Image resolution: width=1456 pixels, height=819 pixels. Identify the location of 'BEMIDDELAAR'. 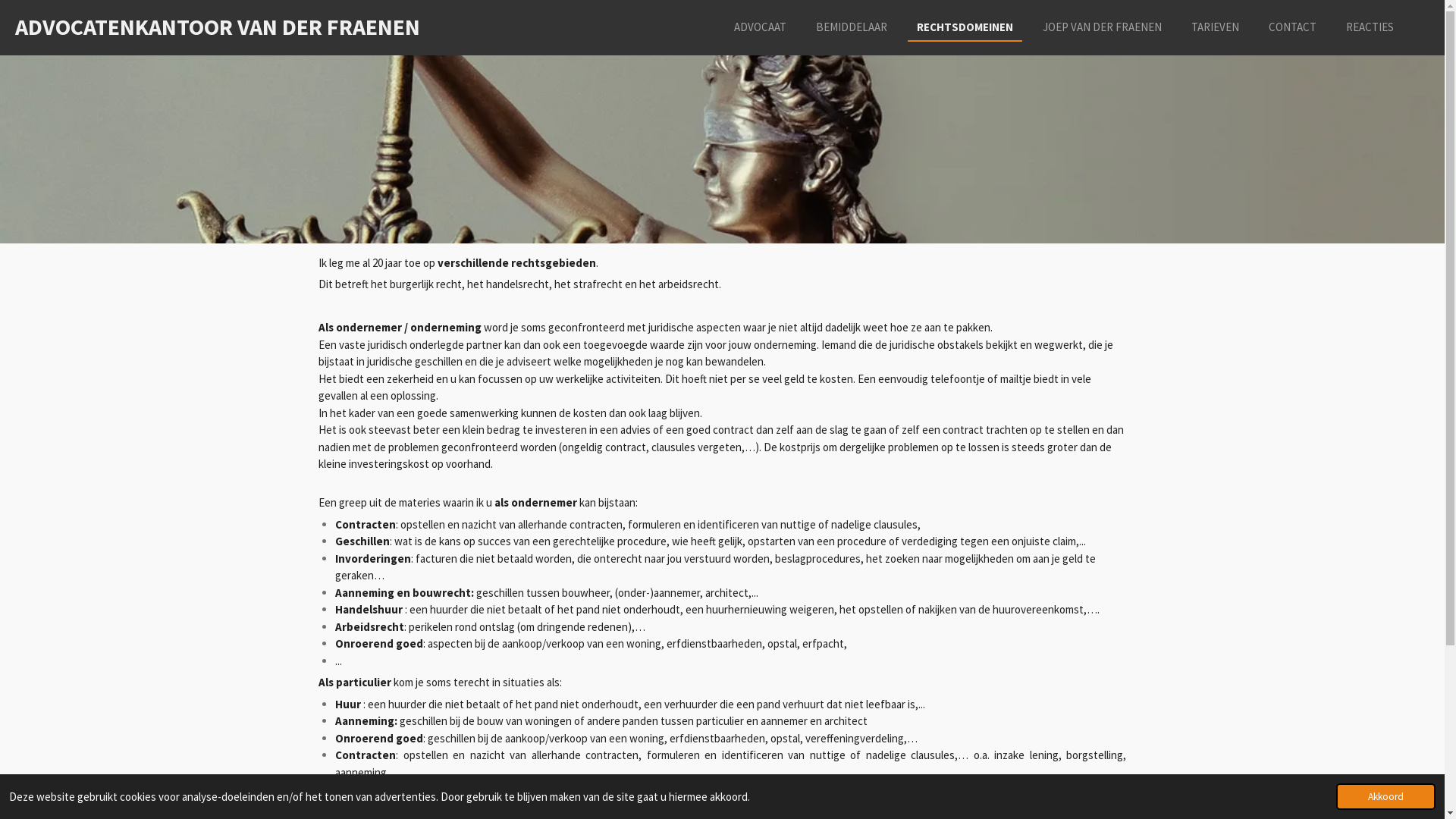
(806, 27).